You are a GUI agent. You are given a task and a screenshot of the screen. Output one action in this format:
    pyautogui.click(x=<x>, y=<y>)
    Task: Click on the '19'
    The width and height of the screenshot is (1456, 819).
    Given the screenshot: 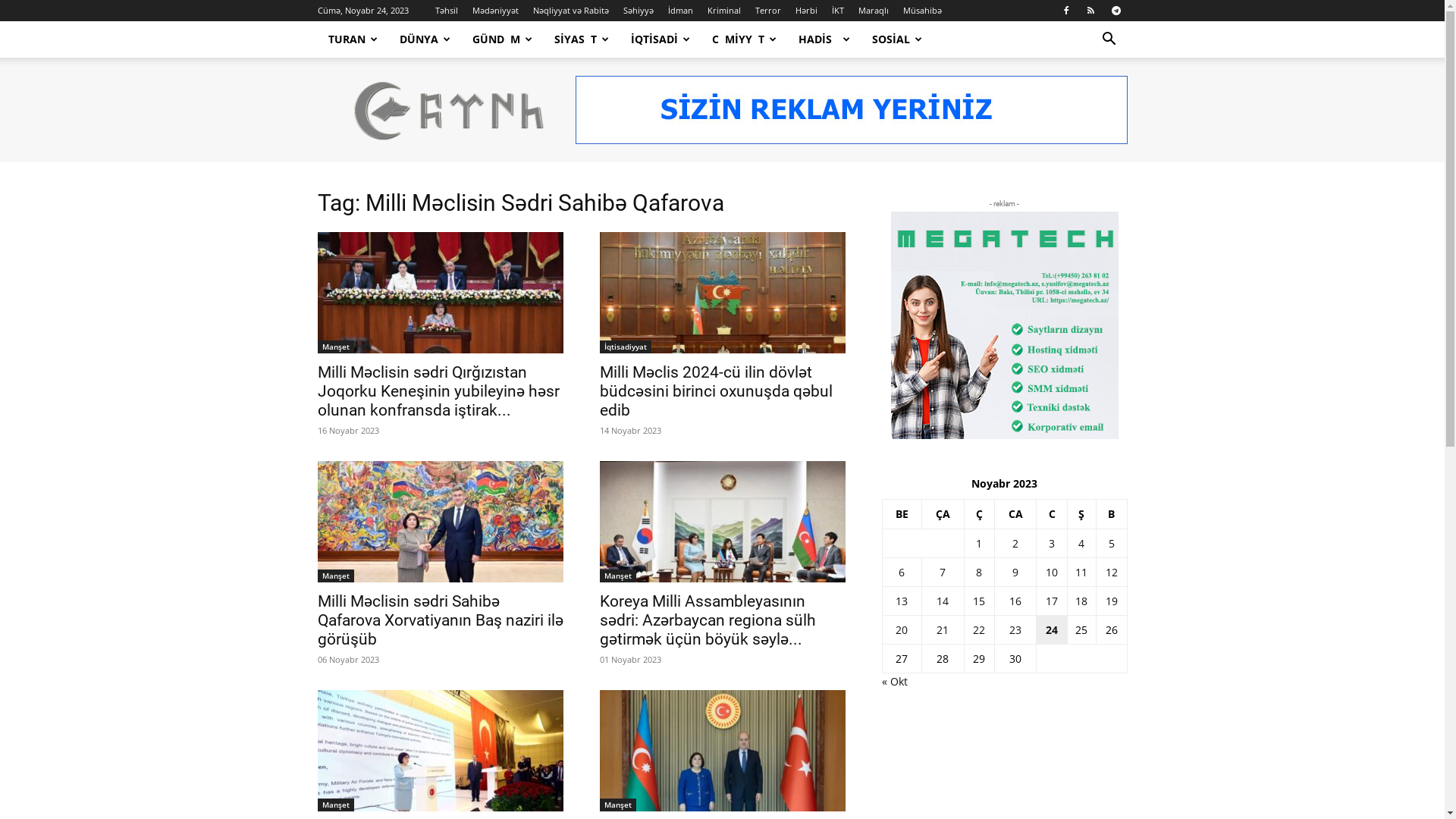 What is the action you would take?
    pyautogui.click(x=1106, y=600)
    